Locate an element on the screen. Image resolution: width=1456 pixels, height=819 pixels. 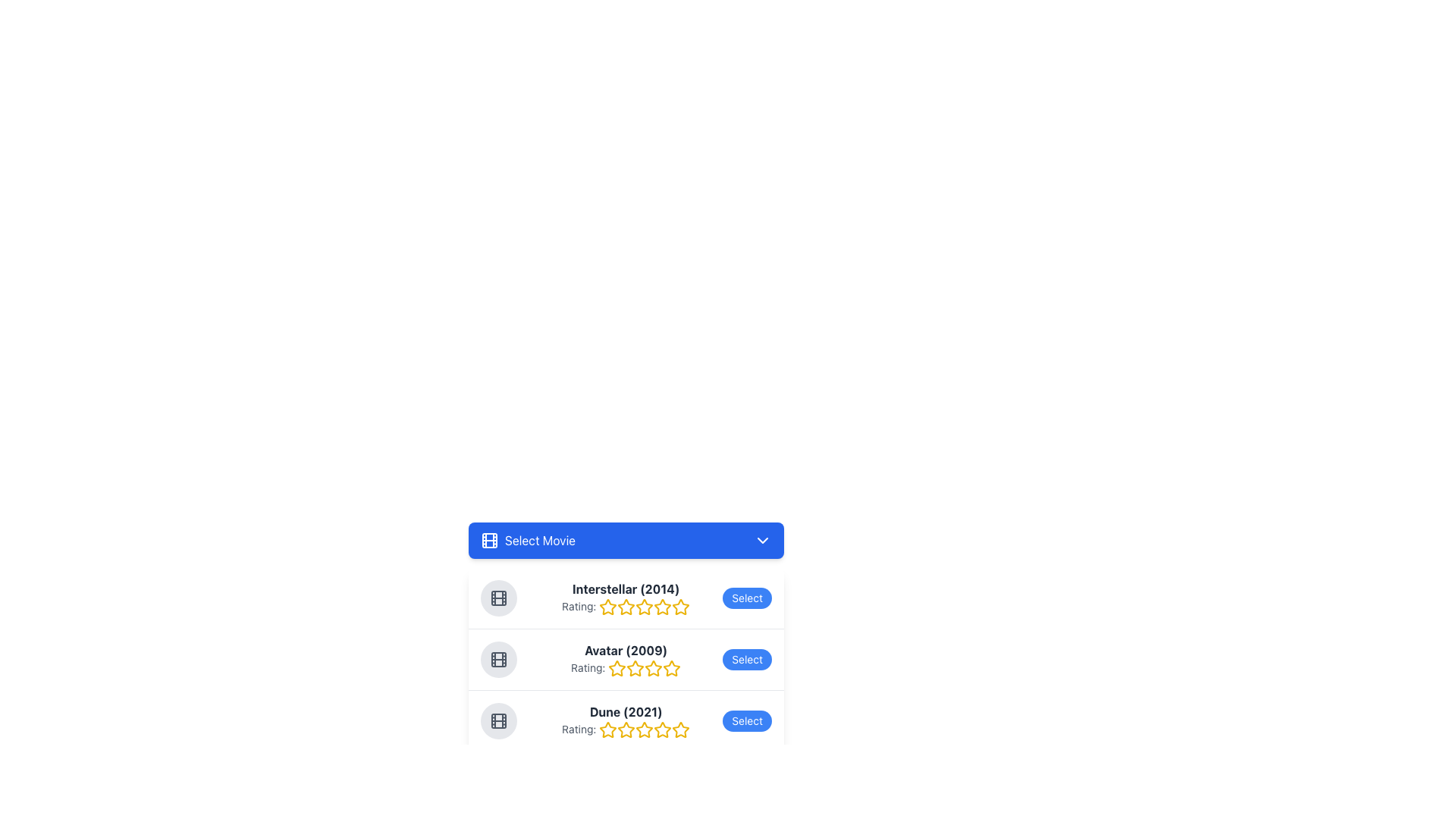
the second Rating Star Icon for the movie 'Avatar (2009)', which is part of the rating group elements is located at coordinates (654, 667).